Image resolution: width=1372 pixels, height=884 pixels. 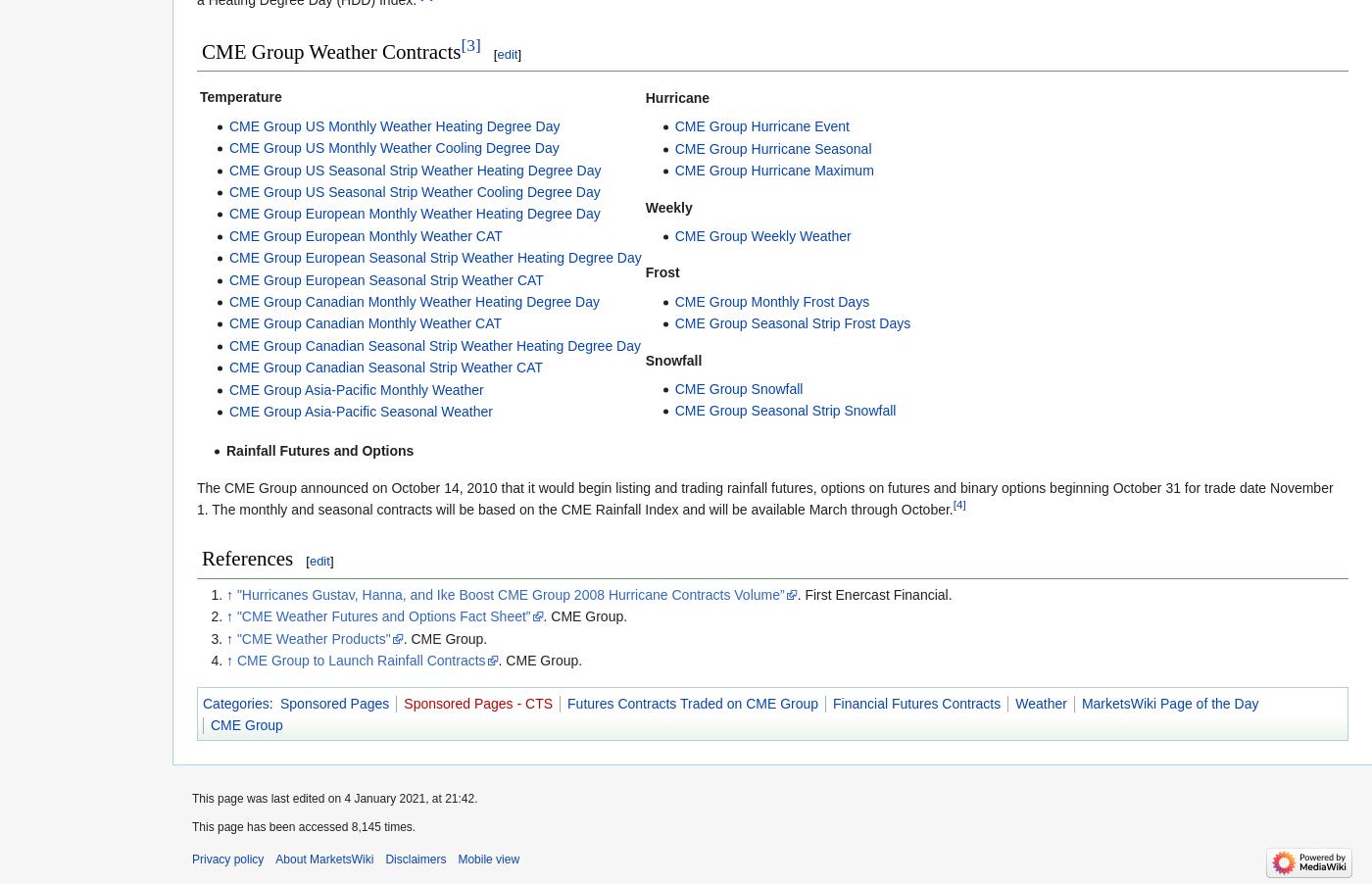 What do you see at coordinates (510, 593) in the screenshot?
I see `'"Hurricanes Gustav, Hanna, and Ike Boost CME Group 2008 Hurricane Contracts Volume”'` at bounding box center [510, 593].